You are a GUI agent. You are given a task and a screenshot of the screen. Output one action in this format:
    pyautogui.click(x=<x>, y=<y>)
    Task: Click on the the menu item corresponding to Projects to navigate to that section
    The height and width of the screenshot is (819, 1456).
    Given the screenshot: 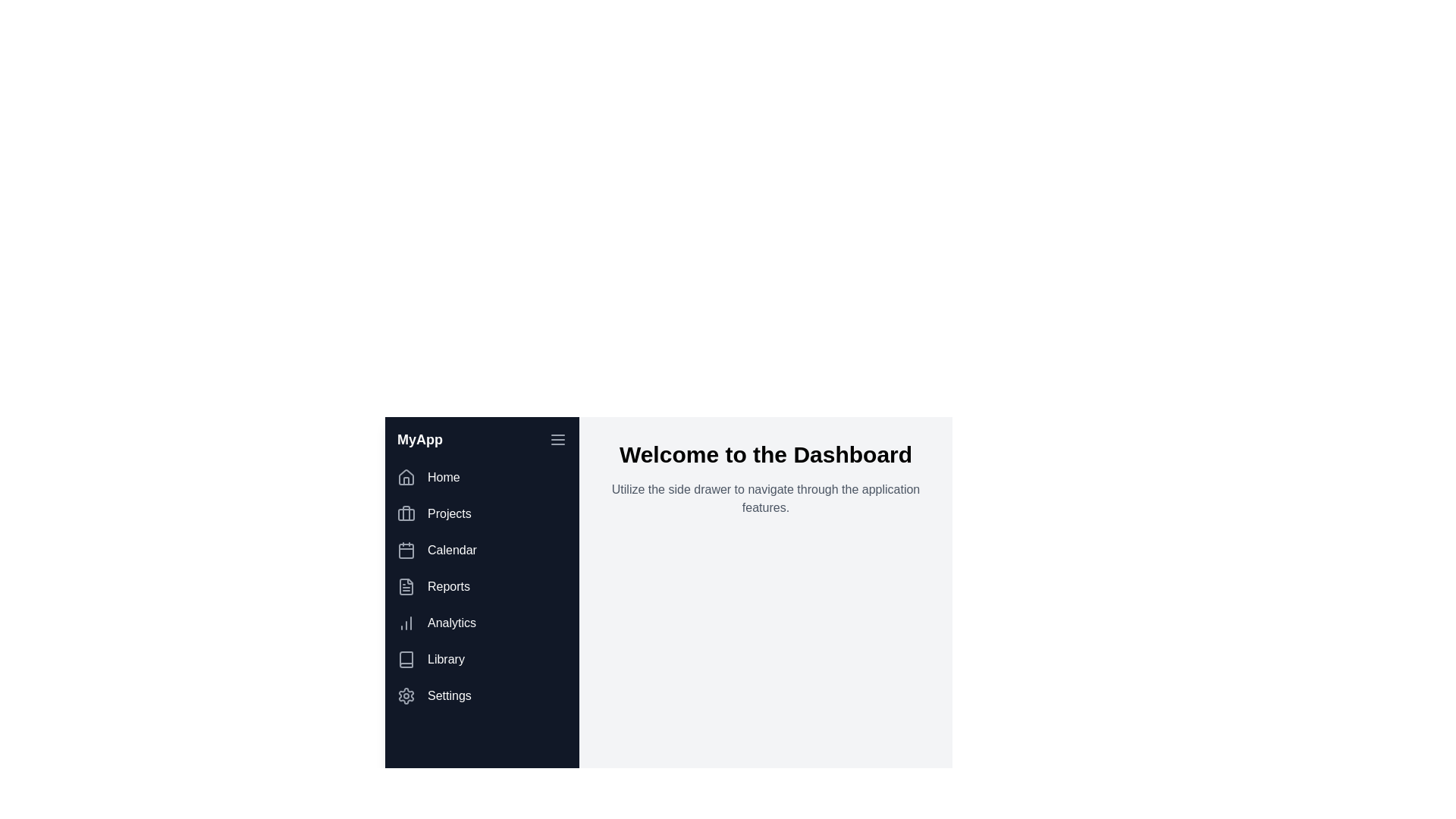 What is the action you would take?
    pyautogui.click(x=481, y=513)
    